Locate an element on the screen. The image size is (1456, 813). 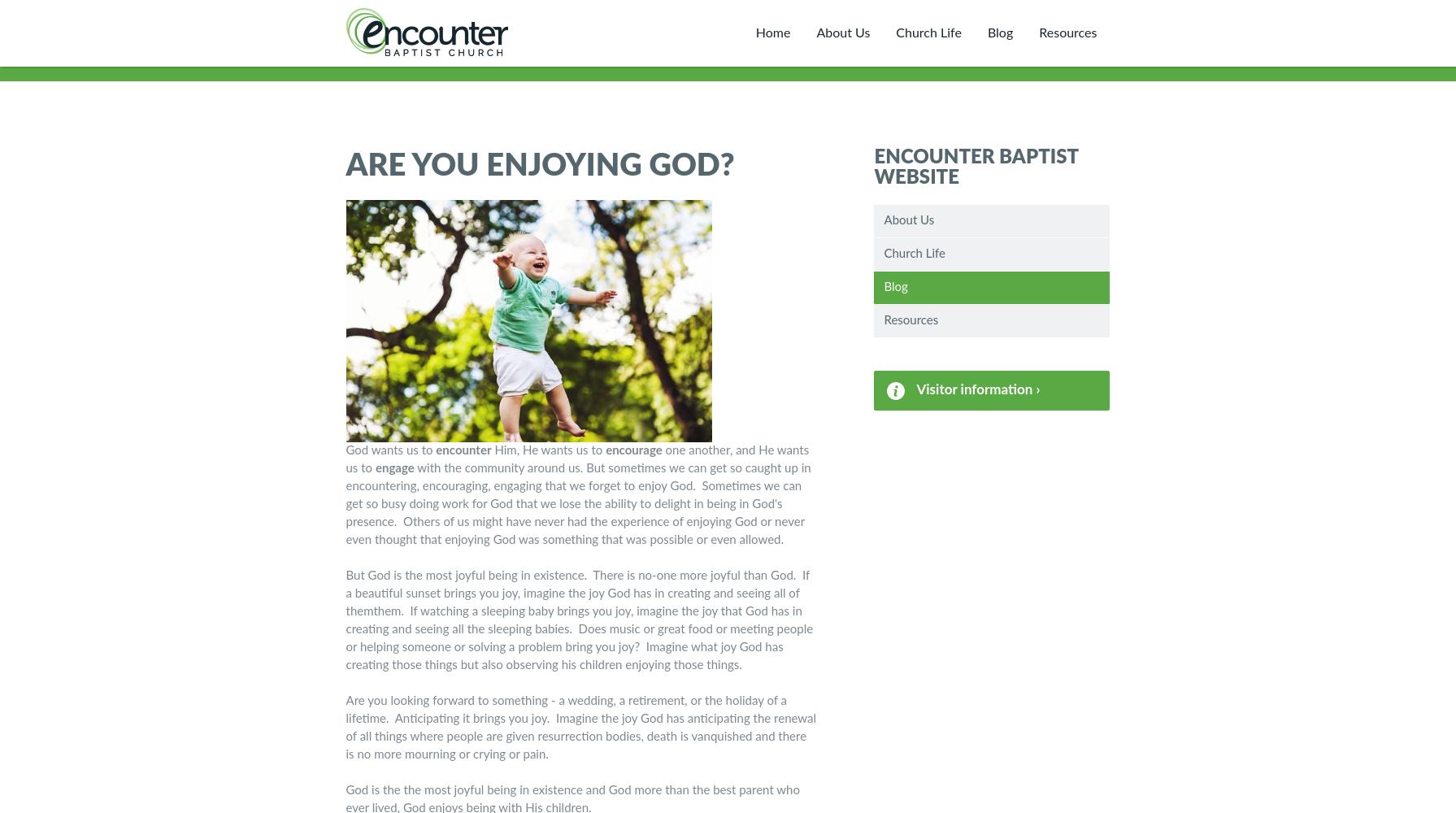
'But God is the most joyful being in existence.  There is no-one more joyful than God.  If a beautiful sunset brings you joy, imagine the joy God has in creating and seeing all of themthem.  If watching a sleeping baby brings you joy, imagine the joy that God has in creating and seeing all the sleeping babies.  Does music or great food or meeting people or helping someone or solving a problem bring you joy?  Imagine what joy God has creating those things but also observing his children enjoying those things.' is located at coordinates (579, 620).